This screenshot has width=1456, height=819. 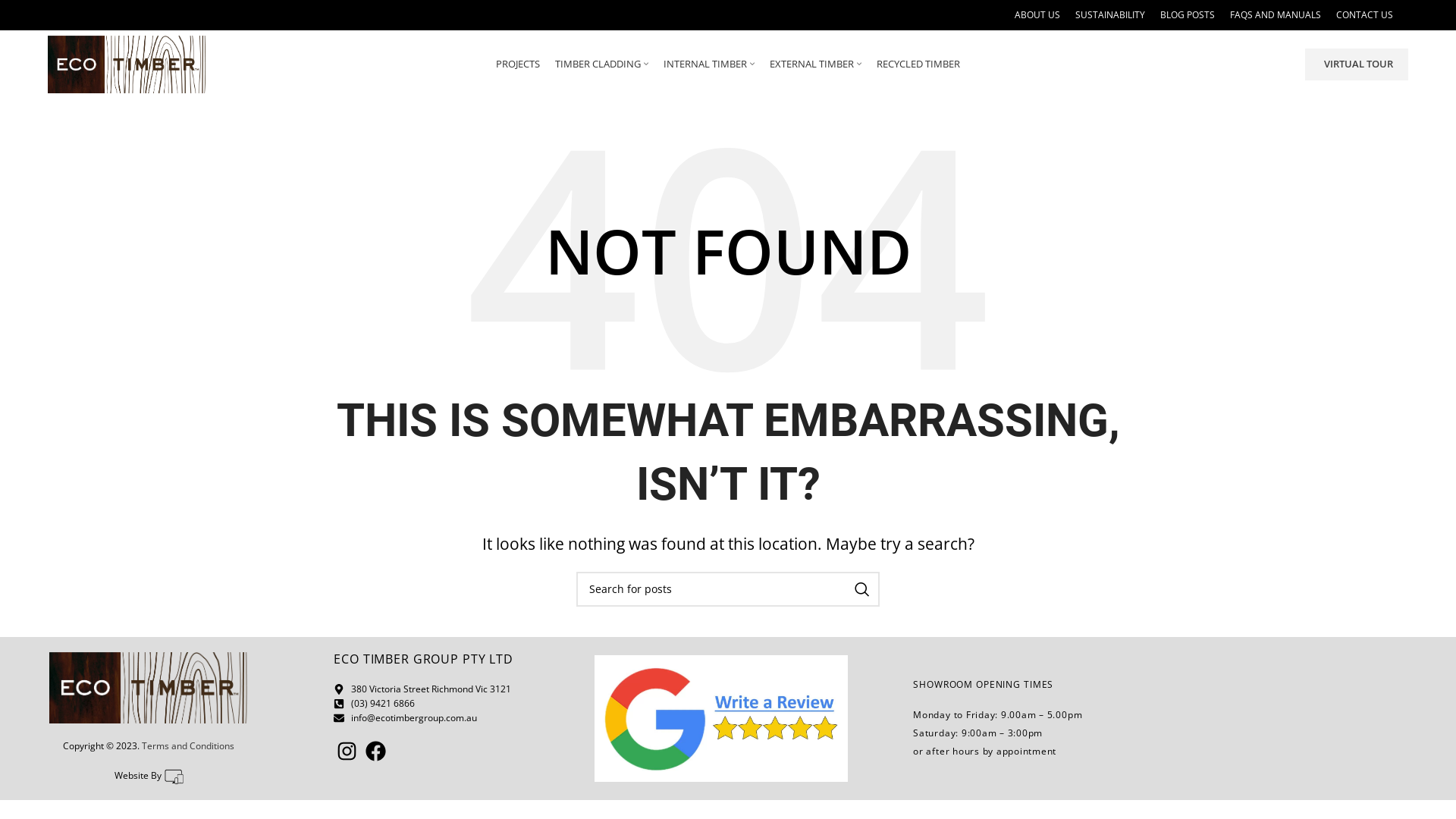 I want to click on 'ABOUT US', so click(x=1037, y=14).